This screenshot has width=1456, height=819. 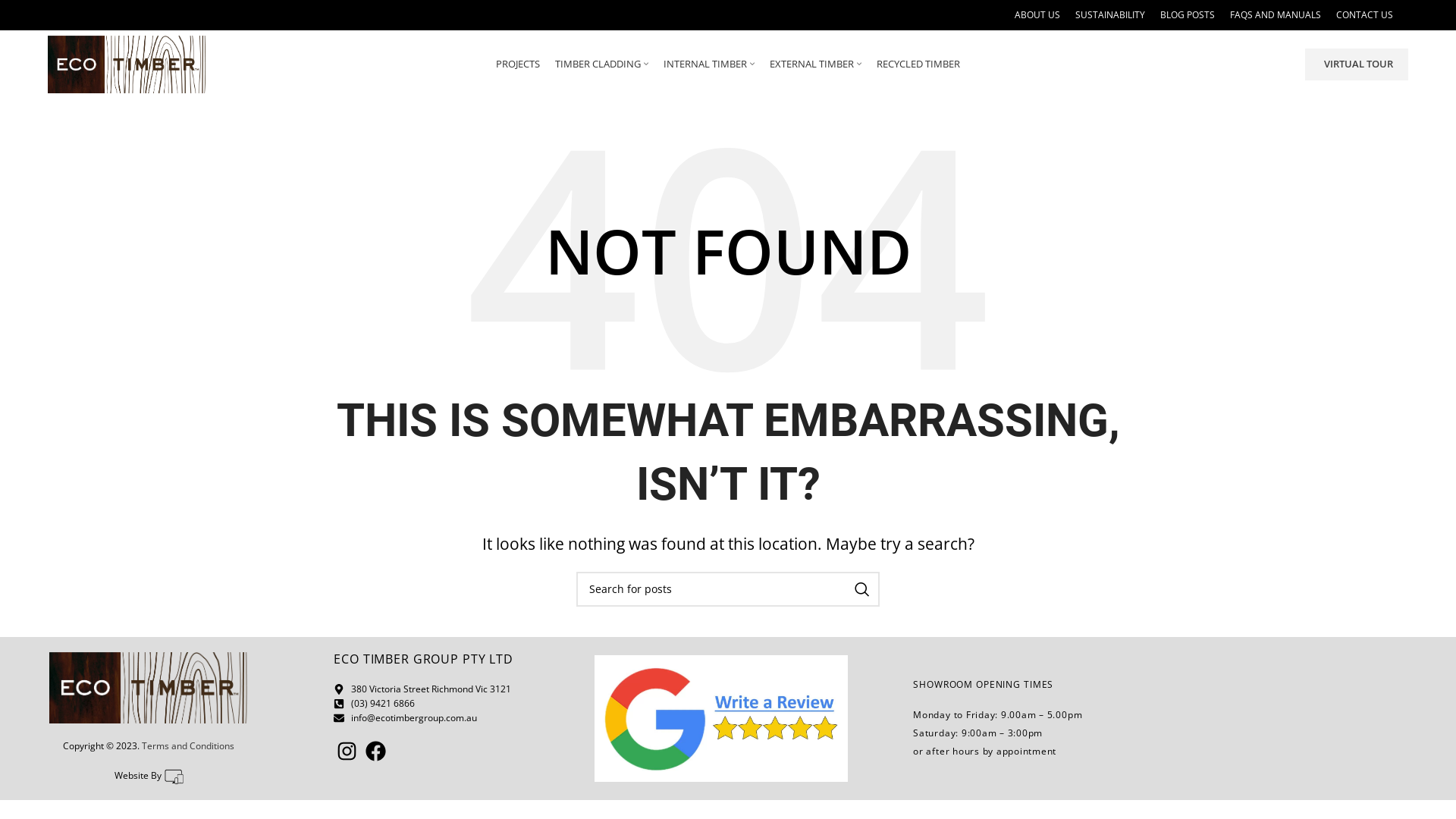 I want to click on 'ABOUT US', so click(x=1037, y=14).